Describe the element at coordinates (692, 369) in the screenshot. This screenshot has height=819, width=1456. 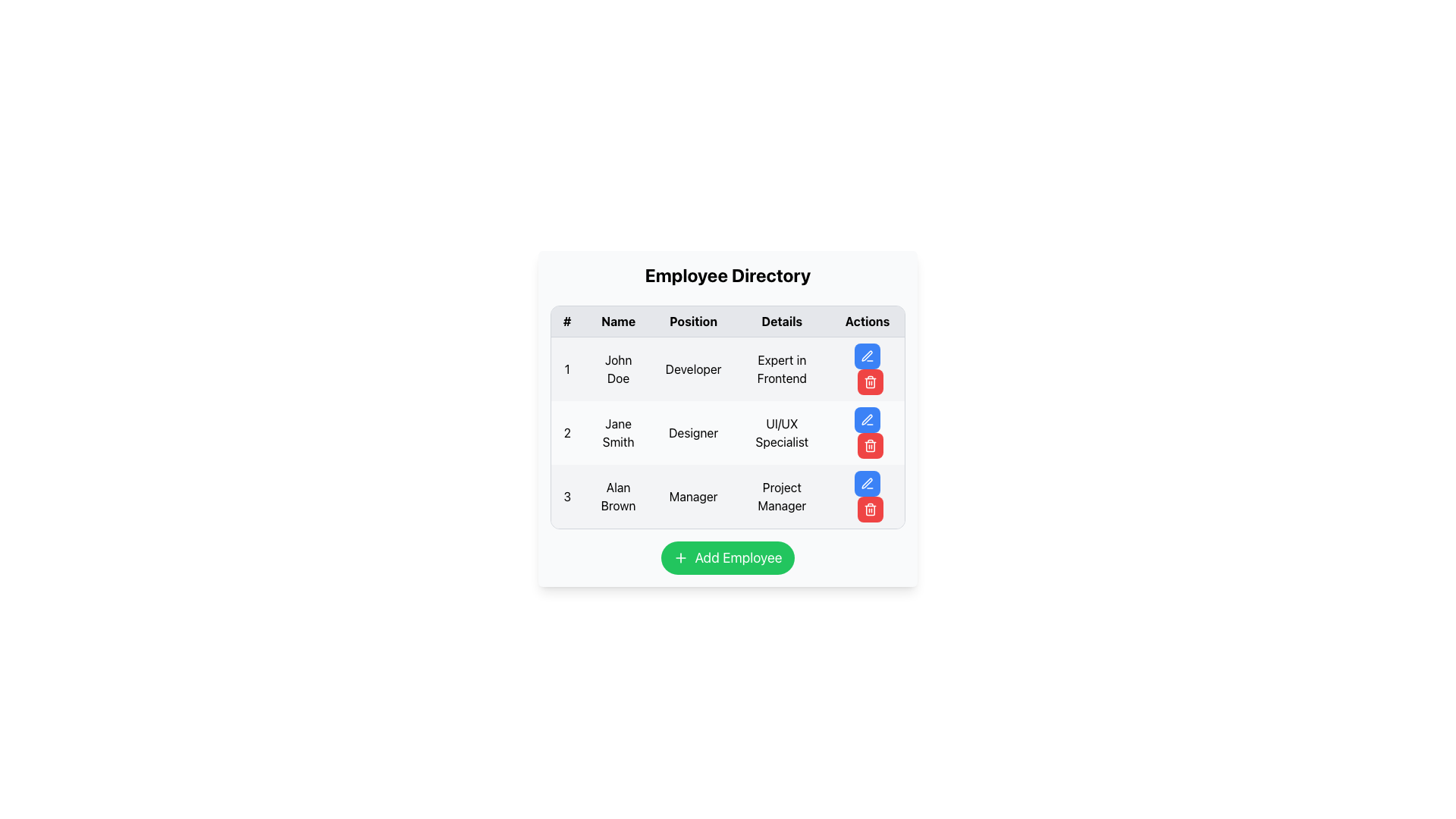
I see `the text label displaying the job title 'Developer' for John Doe in the employee table, located in the third column of the first row under the 'Position' column` at that location.